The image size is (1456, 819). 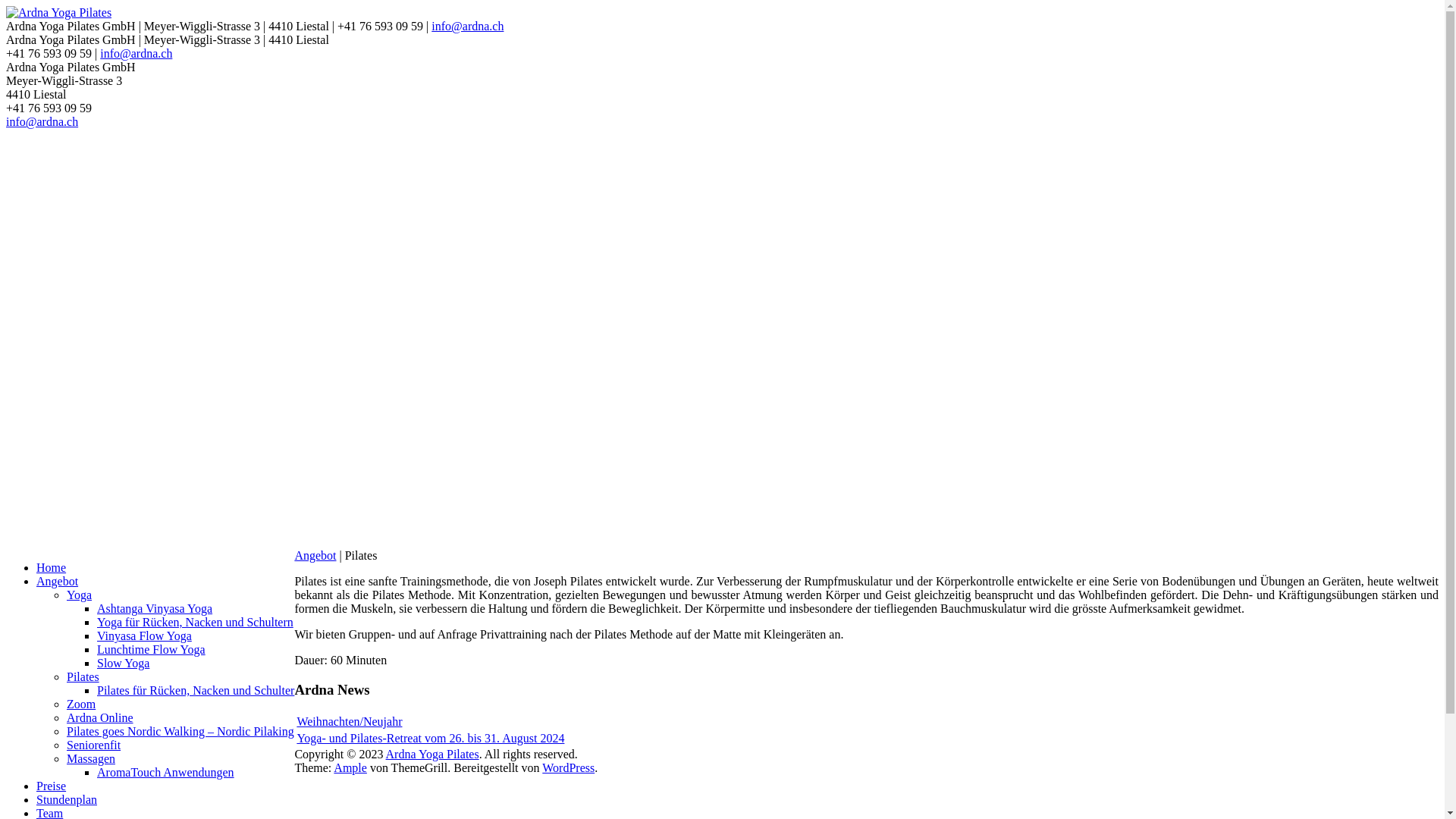 I want to click on 'Ashtanga Vinyasa Yoga', so click(x=155, y=607).